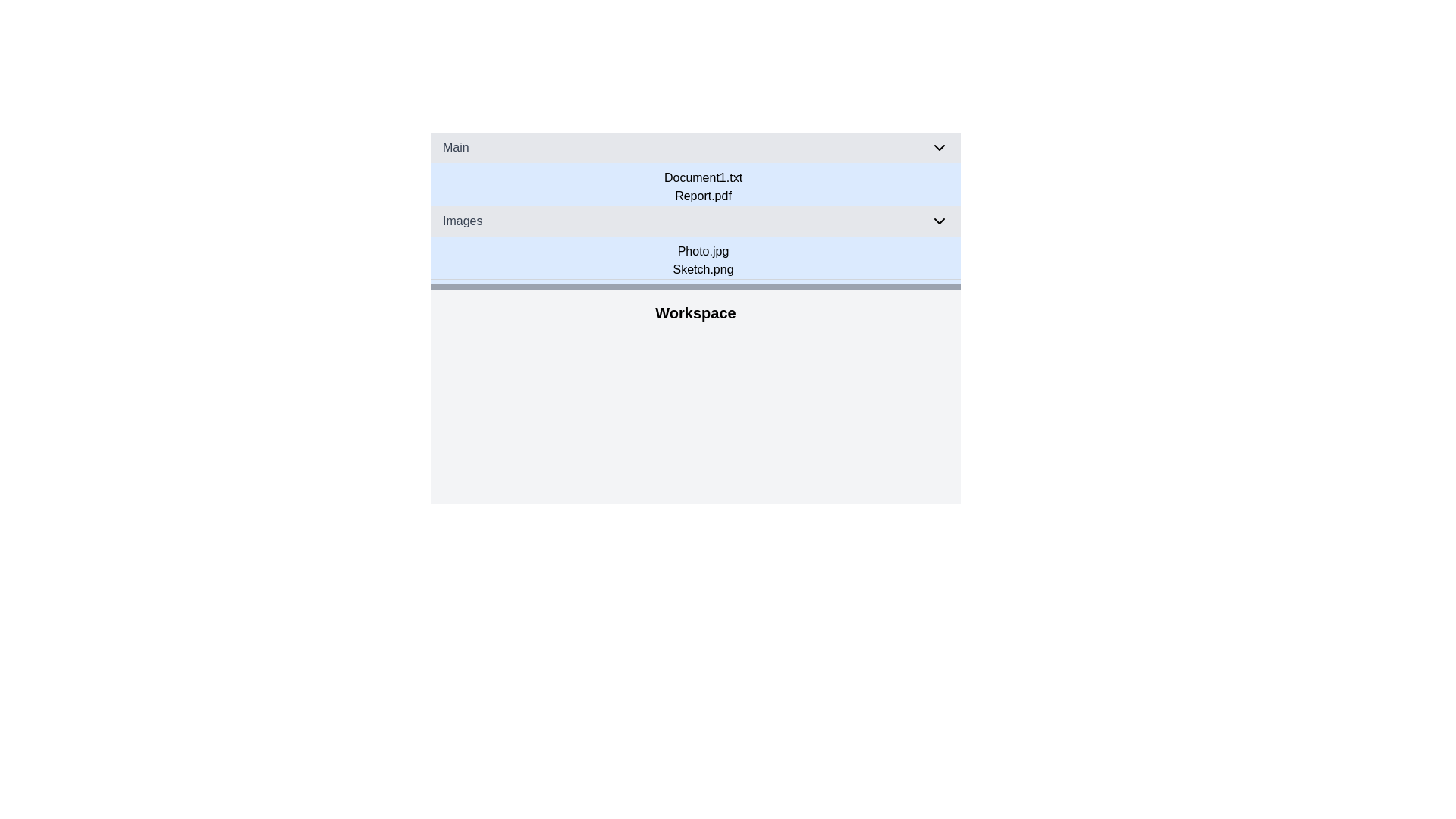 The image size is (1456, 819). What do you see at coordinates (702, 177) in the screenshot?
I see `the text label displaying 'Document1.txt', which is the top item` at bounding box center [702, 177].